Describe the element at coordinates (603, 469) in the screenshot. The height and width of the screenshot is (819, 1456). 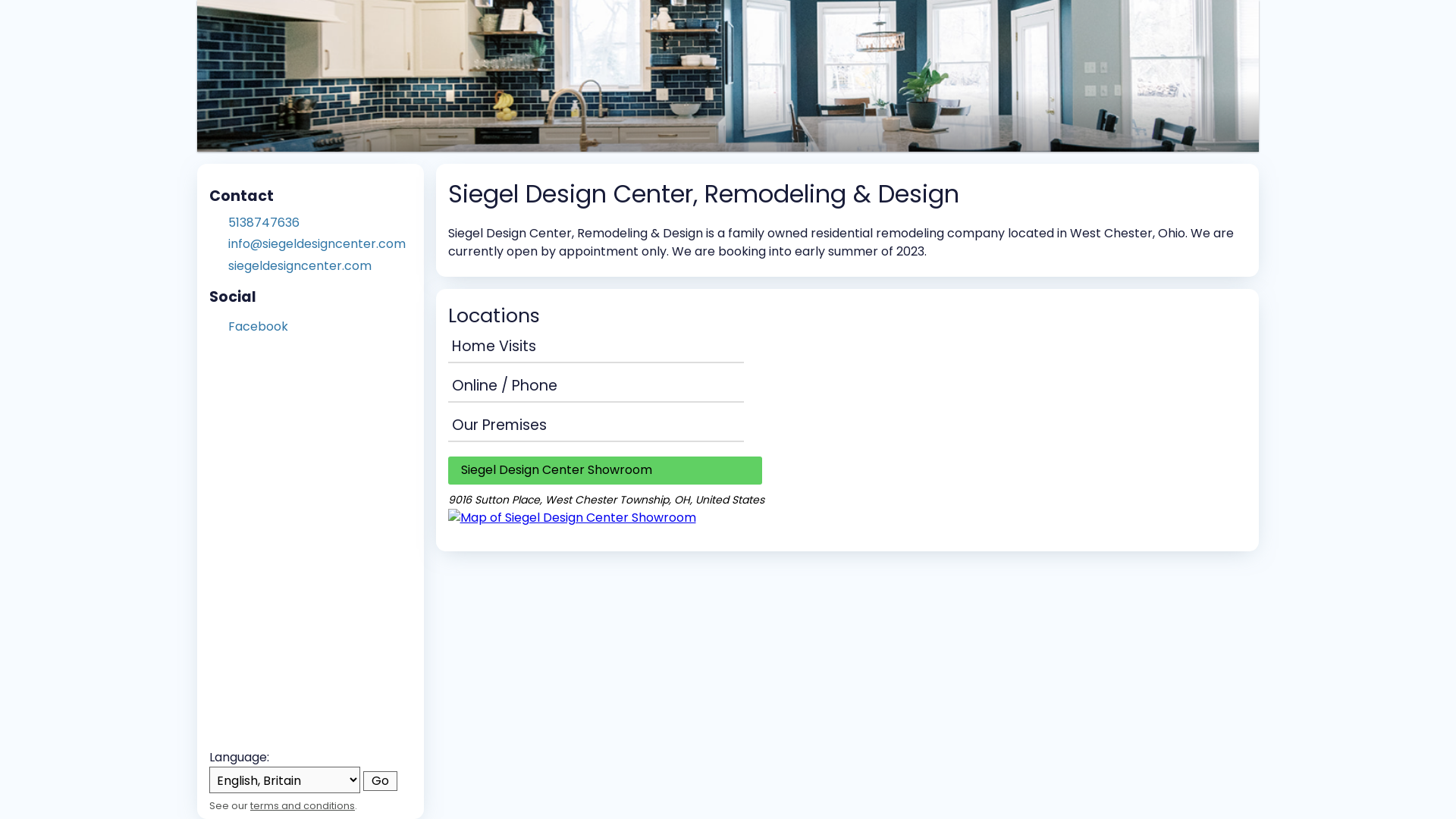
I see `'Siegel Design Center Showroom'` at that location.